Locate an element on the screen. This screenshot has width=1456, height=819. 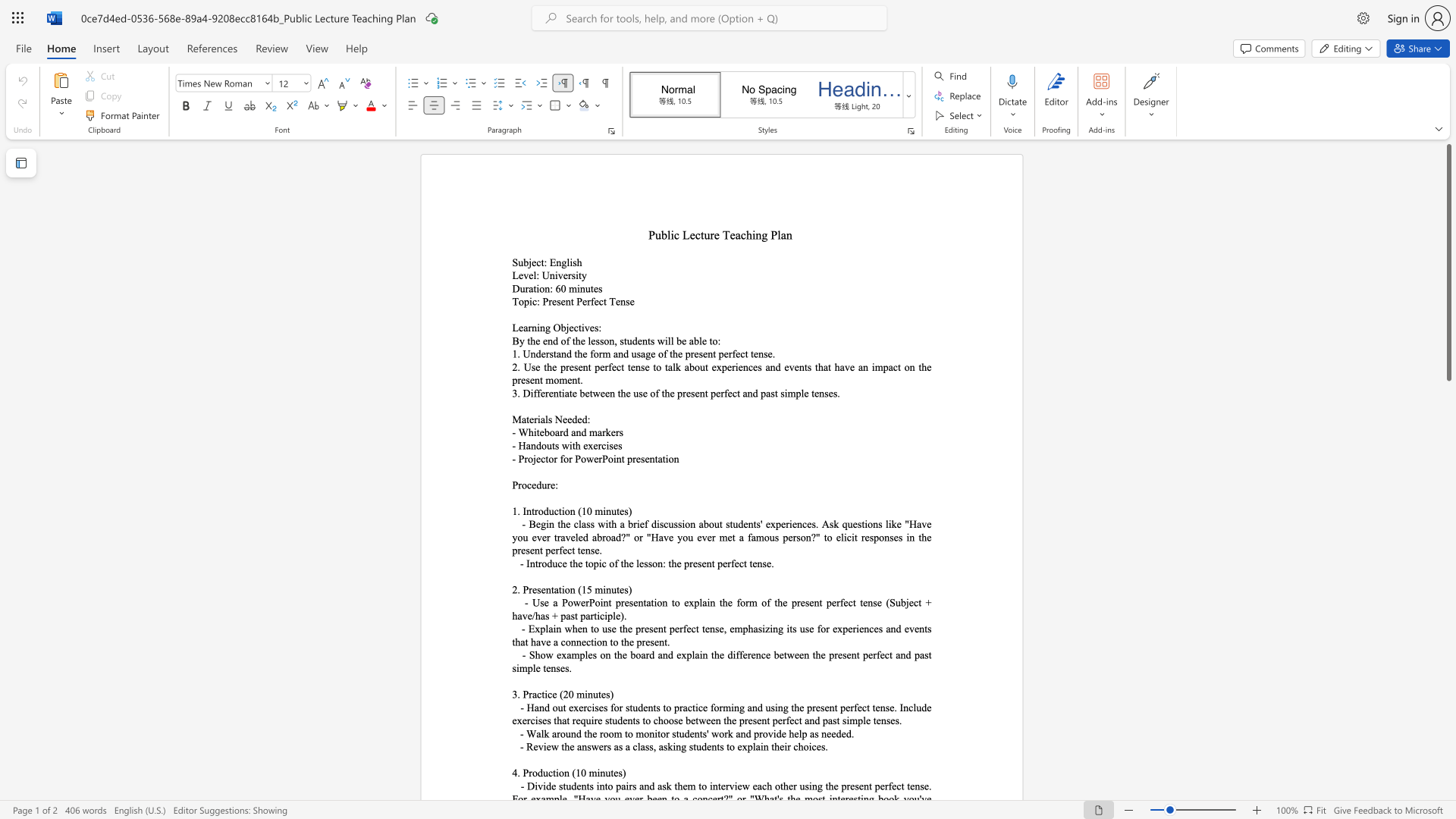
the subset text "us person?" within the text "- Begin the class with a brief discussion about students" is located at coordinates (769, 536).